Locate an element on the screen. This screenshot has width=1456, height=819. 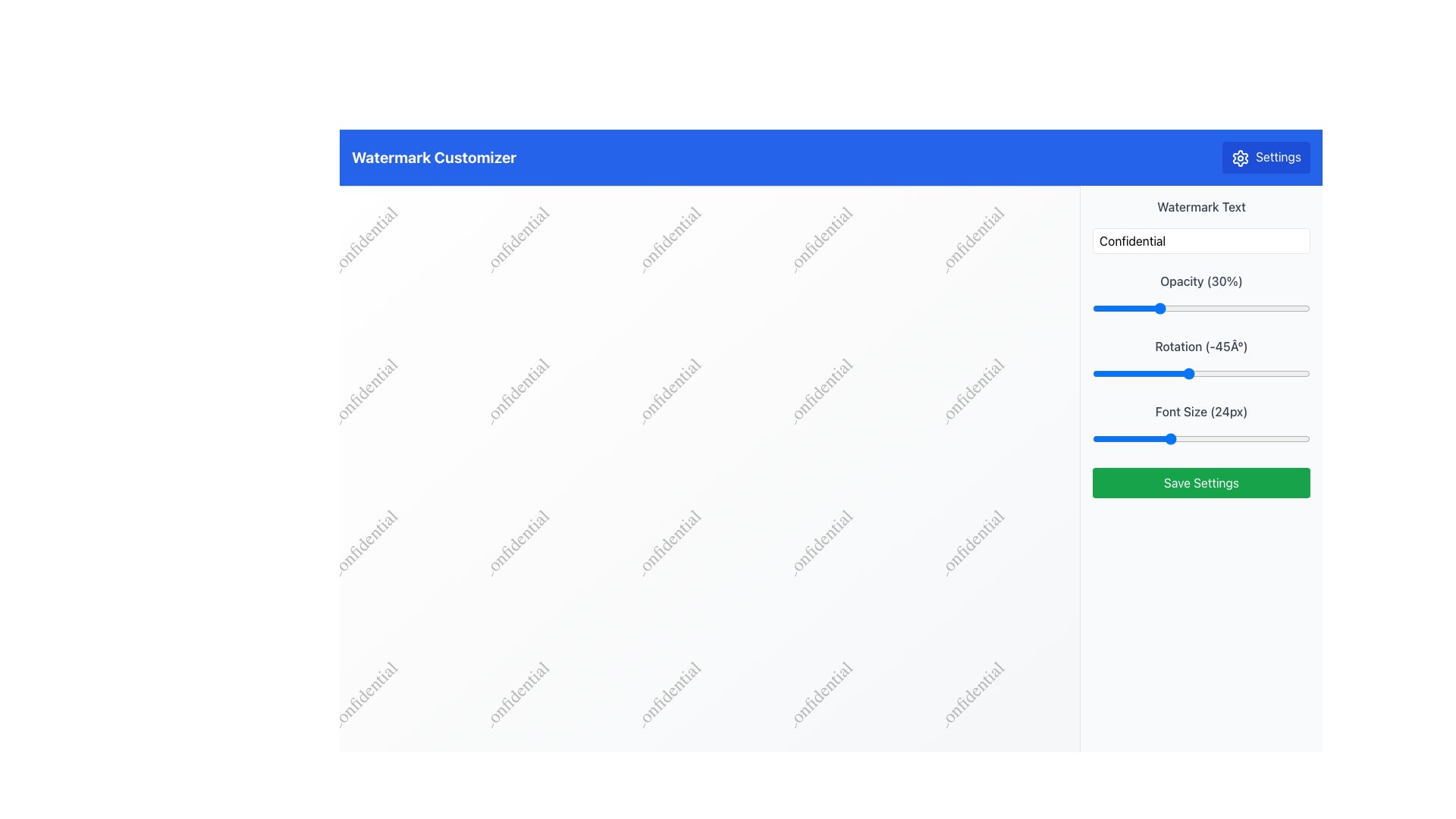
rotation is located at coordinates (1280, 373).